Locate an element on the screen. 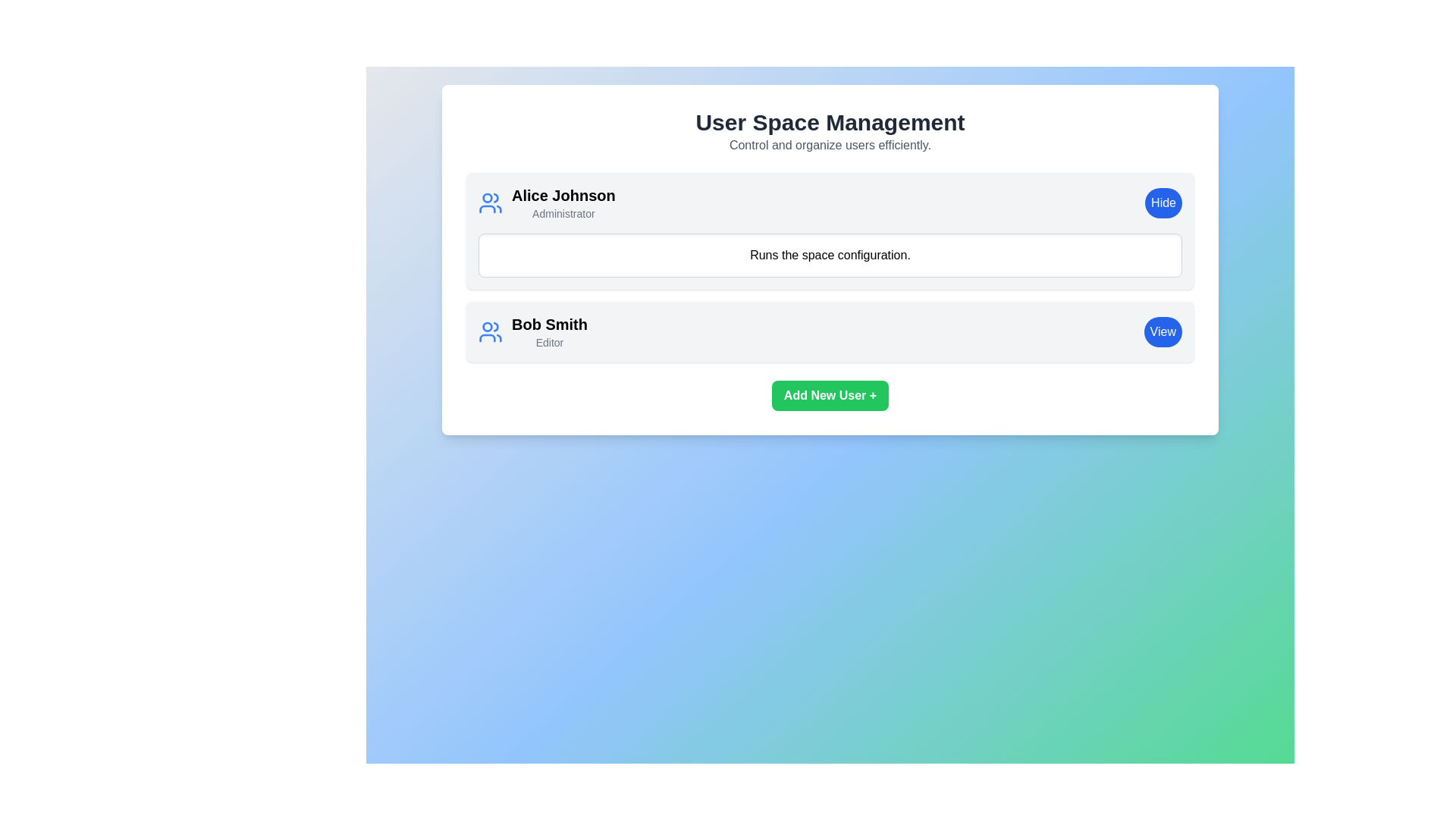 This screenshot has width=1456, height=819. information displayed in the text label showing 'Alice Johnson', which is bold and larger, located at the top-left section of the 'User Space Management' panel is located at coordinates (563, 195).